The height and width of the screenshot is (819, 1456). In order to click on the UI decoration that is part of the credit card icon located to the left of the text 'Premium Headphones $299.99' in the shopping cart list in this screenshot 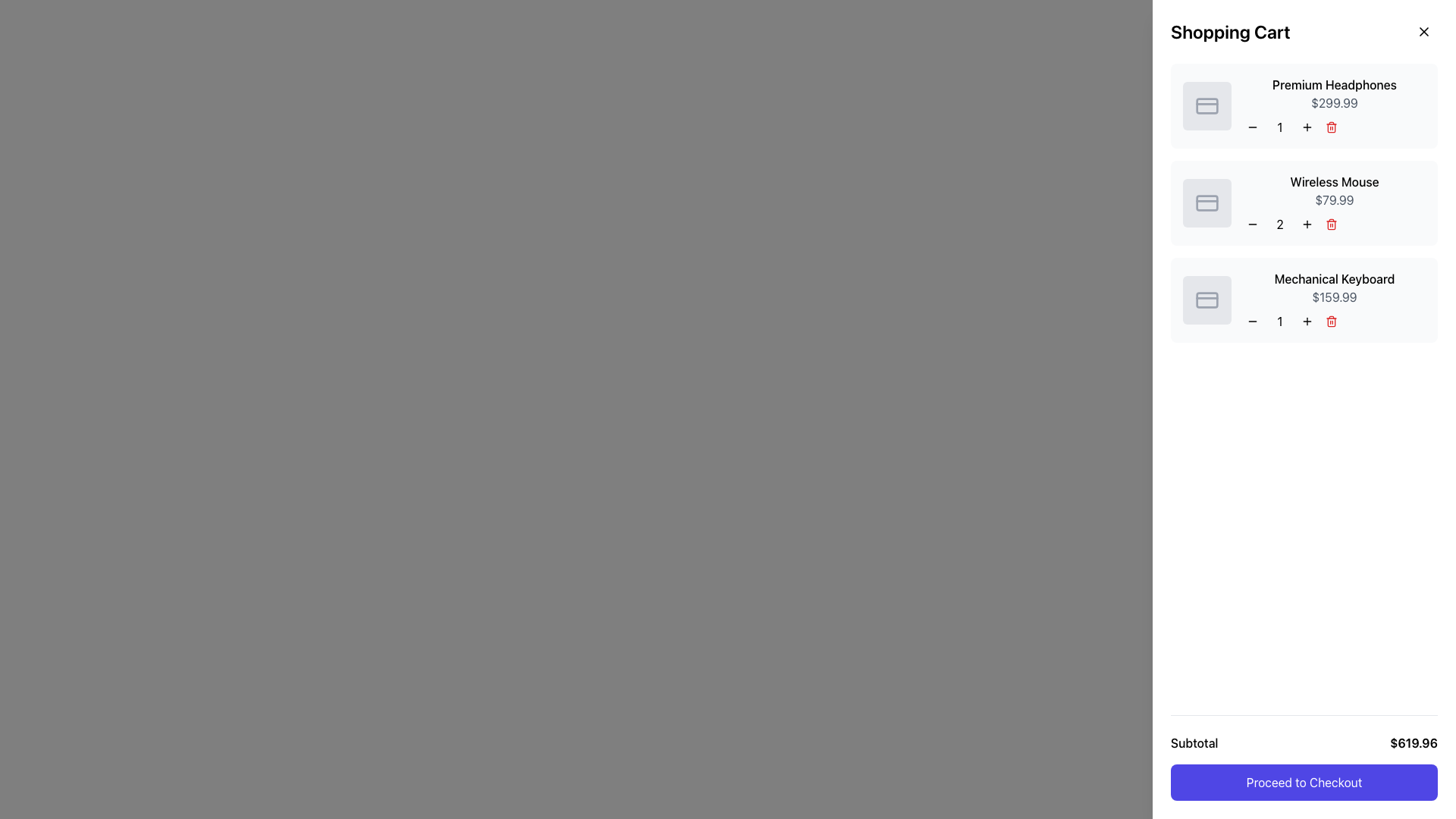, I will do `click(1207, 105)`.